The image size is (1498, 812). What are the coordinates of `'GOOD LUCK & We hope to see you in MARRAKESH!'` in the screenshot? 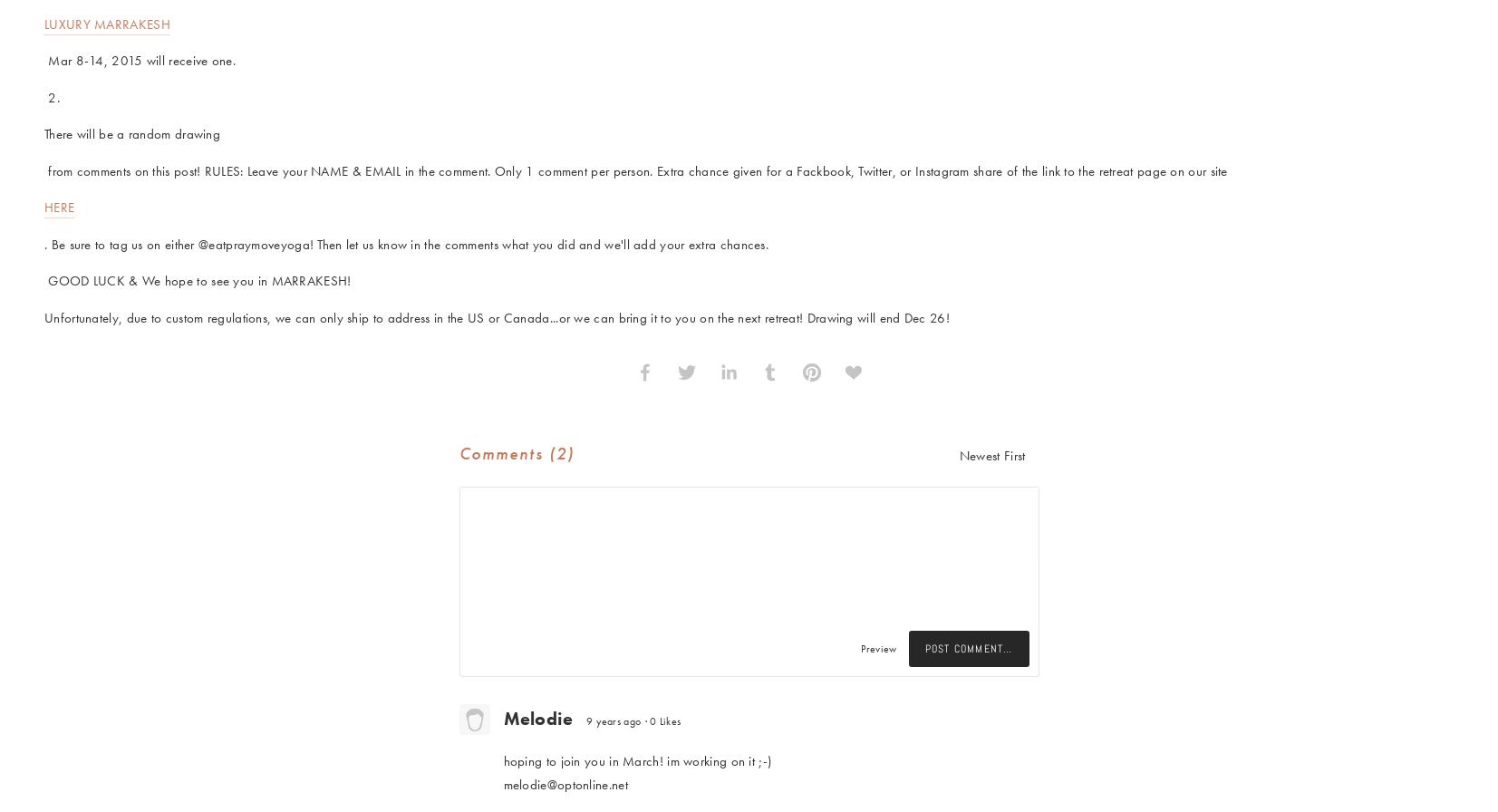 It's located at (197, 281).